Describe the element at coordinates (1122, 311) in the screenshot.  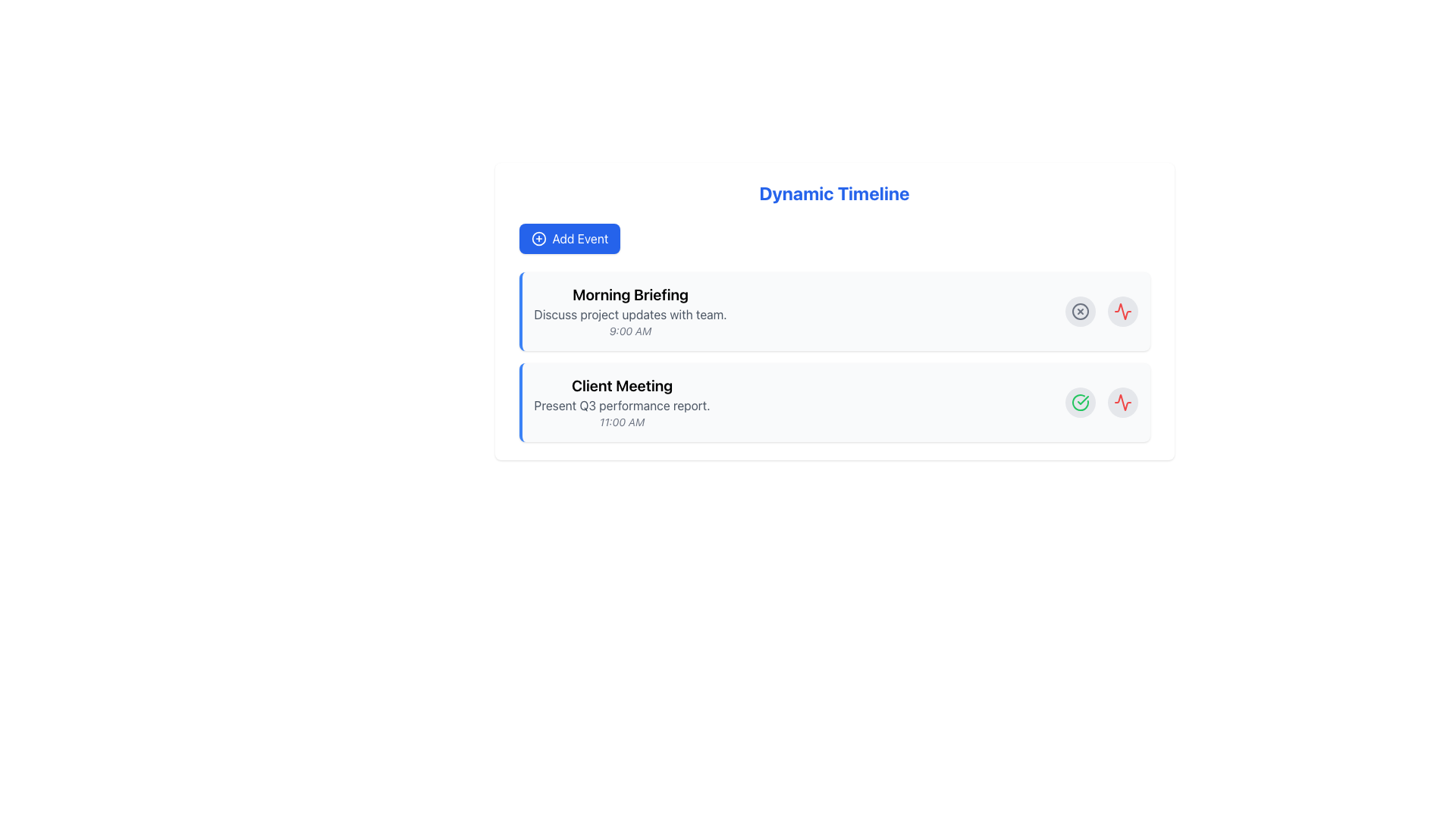
I see `the red waveform icon resembling an electrocardiogram located in the rightmost section of the second event entry in the timeline component for additional information` at that location.